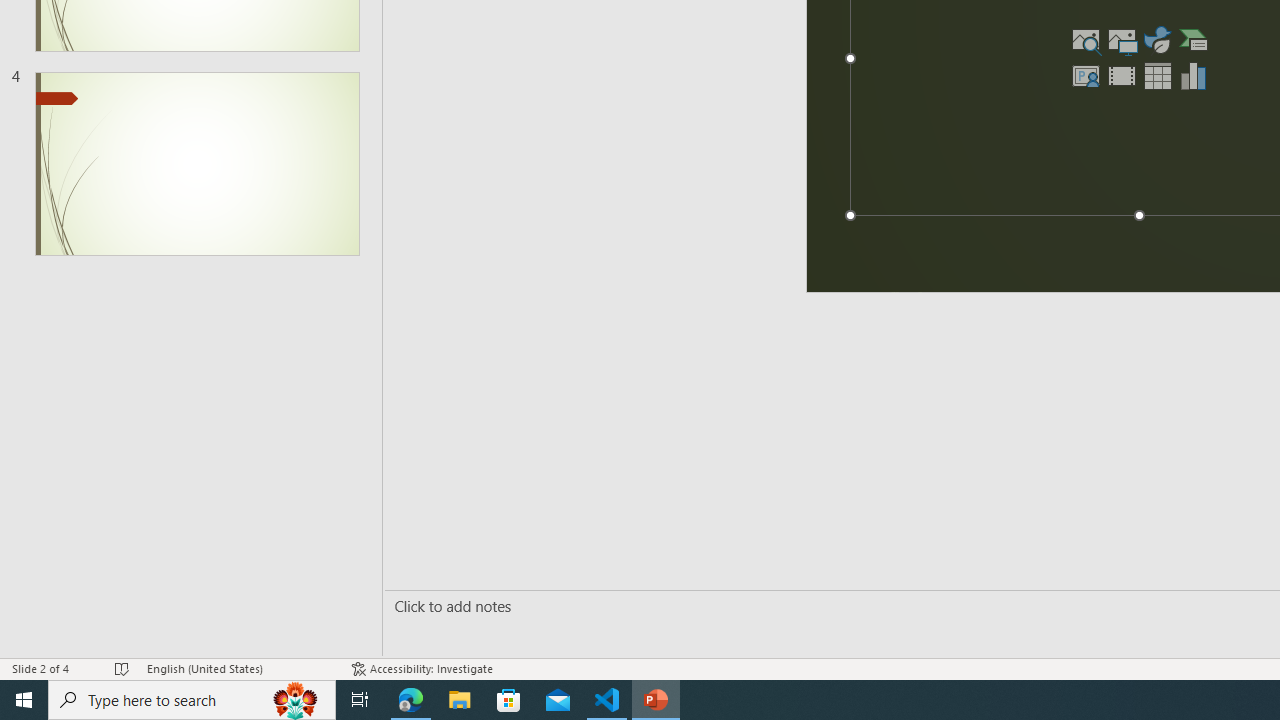 This screenshot has width=1280, height=720. Describe the element at coordinates (1121, 74) in the screenshot. I see `'Insert Video'` at that location.